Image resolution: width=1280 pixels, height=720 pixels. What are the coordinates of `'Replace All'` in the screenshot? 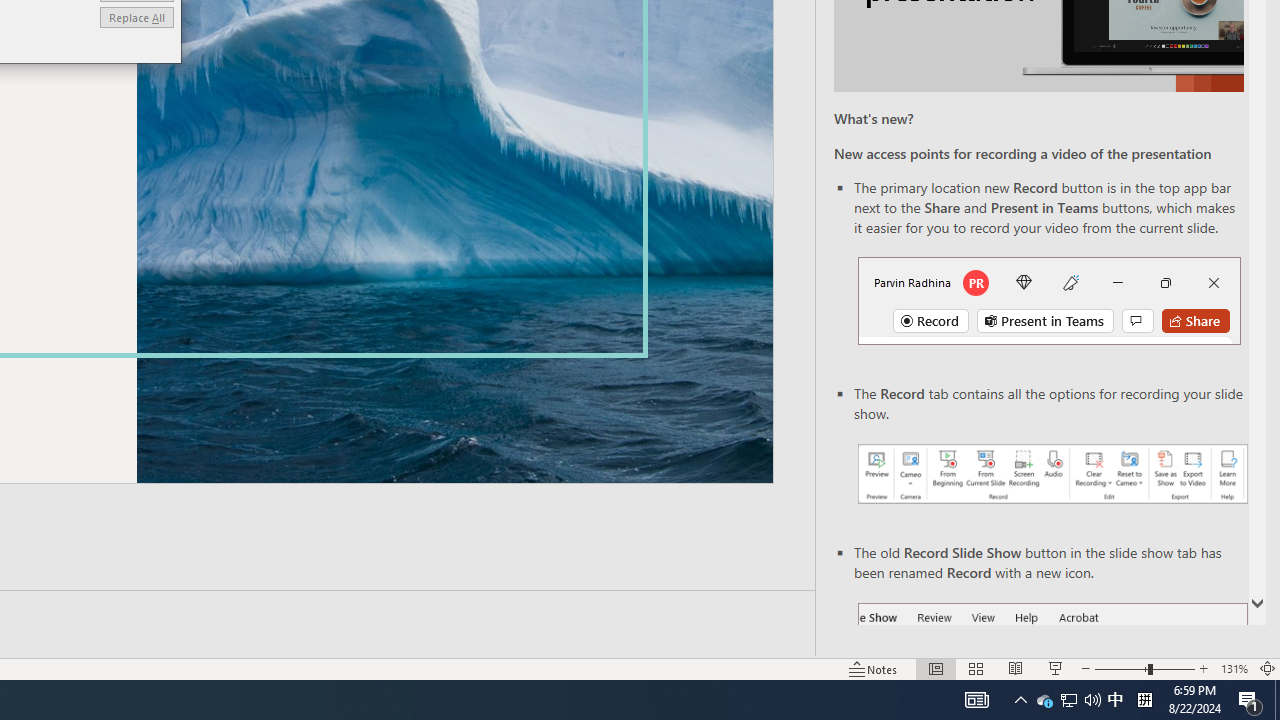 It's located at (135, 17).